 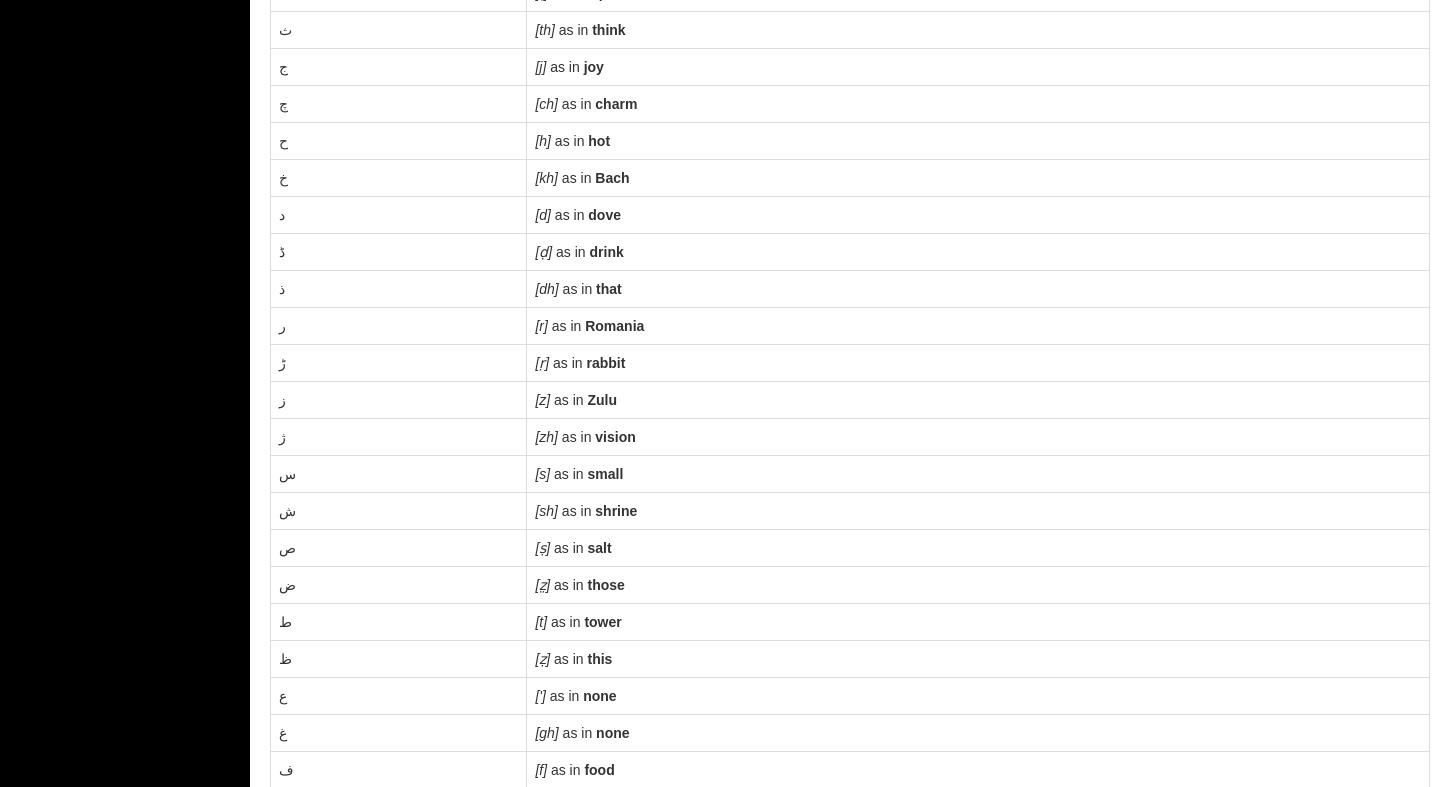 What do you see at coordinates (542, 474) in the screenshot?
I see `'[s]'` at bounding box center [542, 474].